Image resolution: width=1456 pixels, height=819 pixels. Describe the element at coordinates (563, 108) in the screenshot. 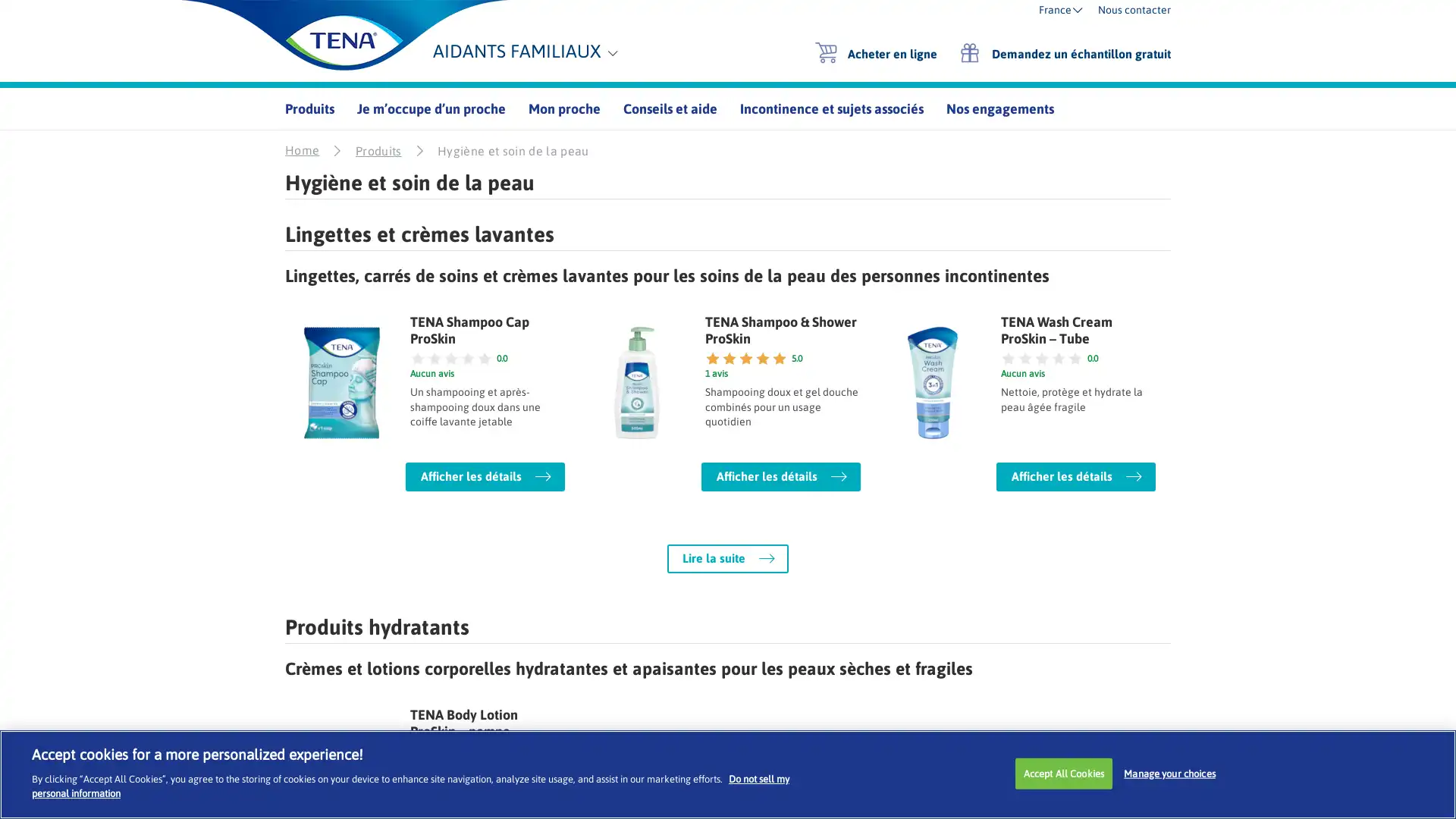

I see `Mon proche` at that location.